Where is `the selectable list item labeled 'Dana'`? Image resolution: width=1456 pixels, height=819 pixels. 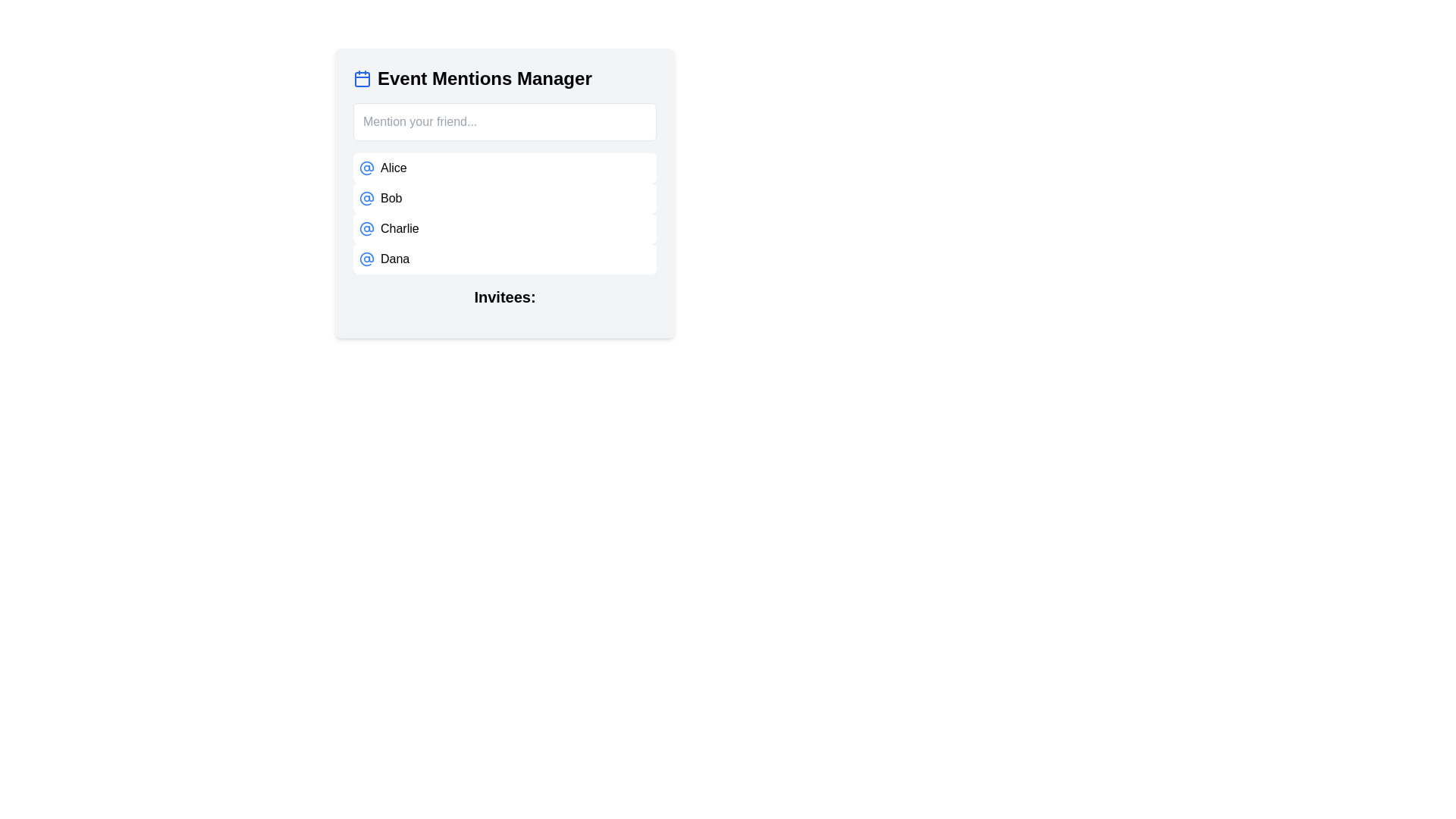
the selectable list item labeled 'Dana' is located at coordinates (505, 259).